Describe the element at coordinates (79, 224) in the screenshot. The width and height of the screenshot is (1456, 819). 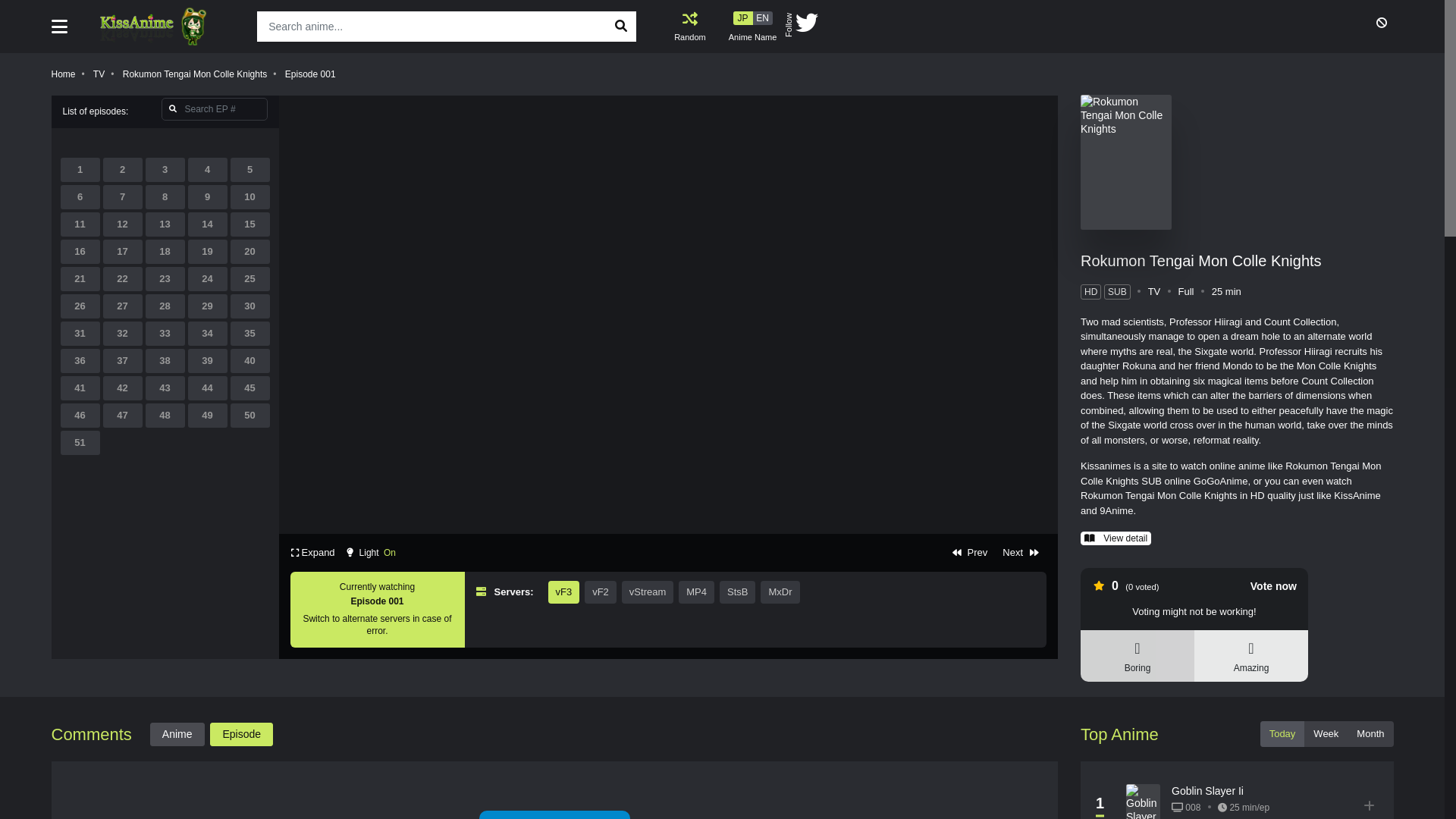
I see `'11'` at that location.